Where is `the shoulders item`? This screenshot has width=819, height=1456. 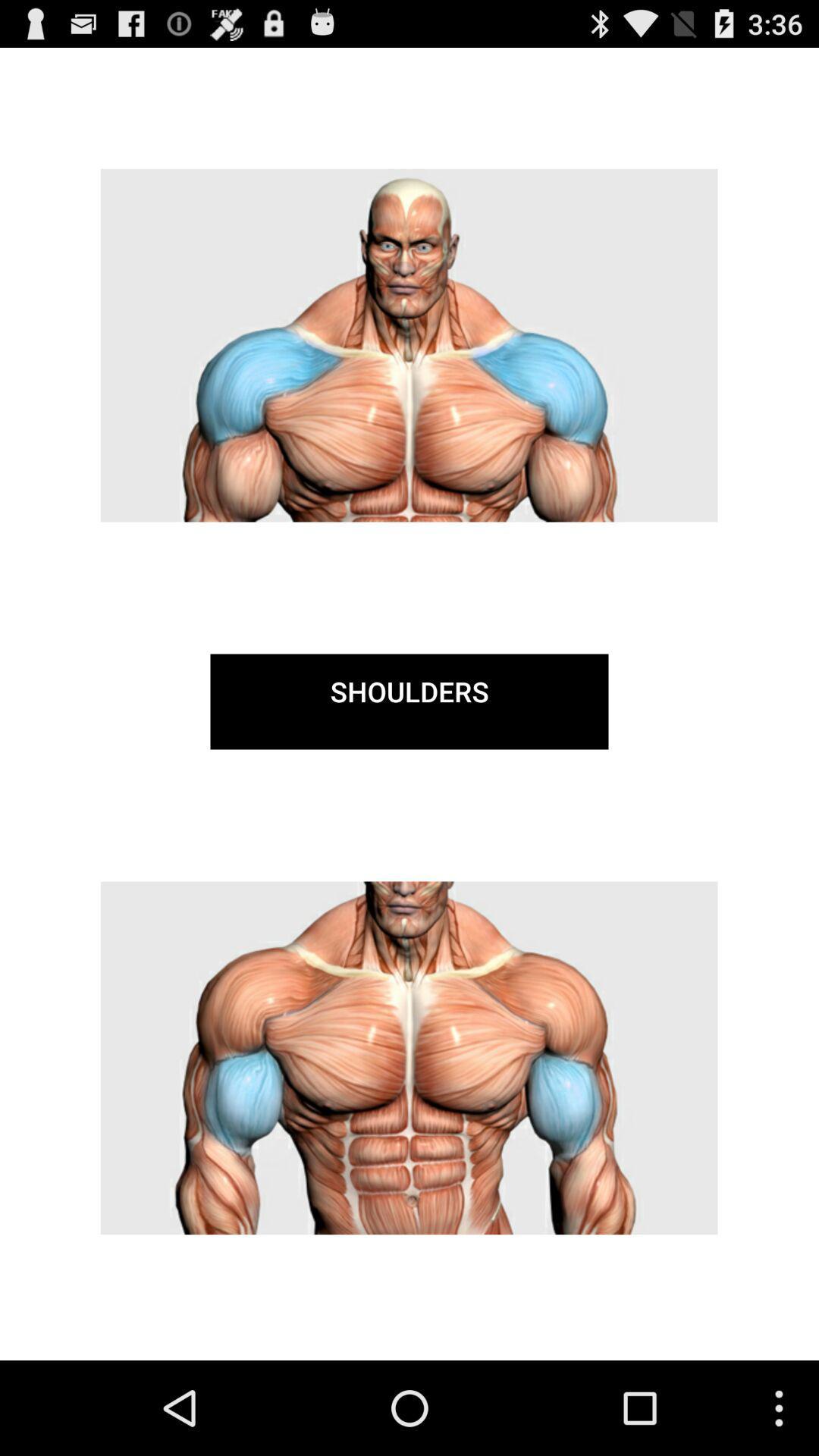 the shoulders item is located at coordinates (409, 701).